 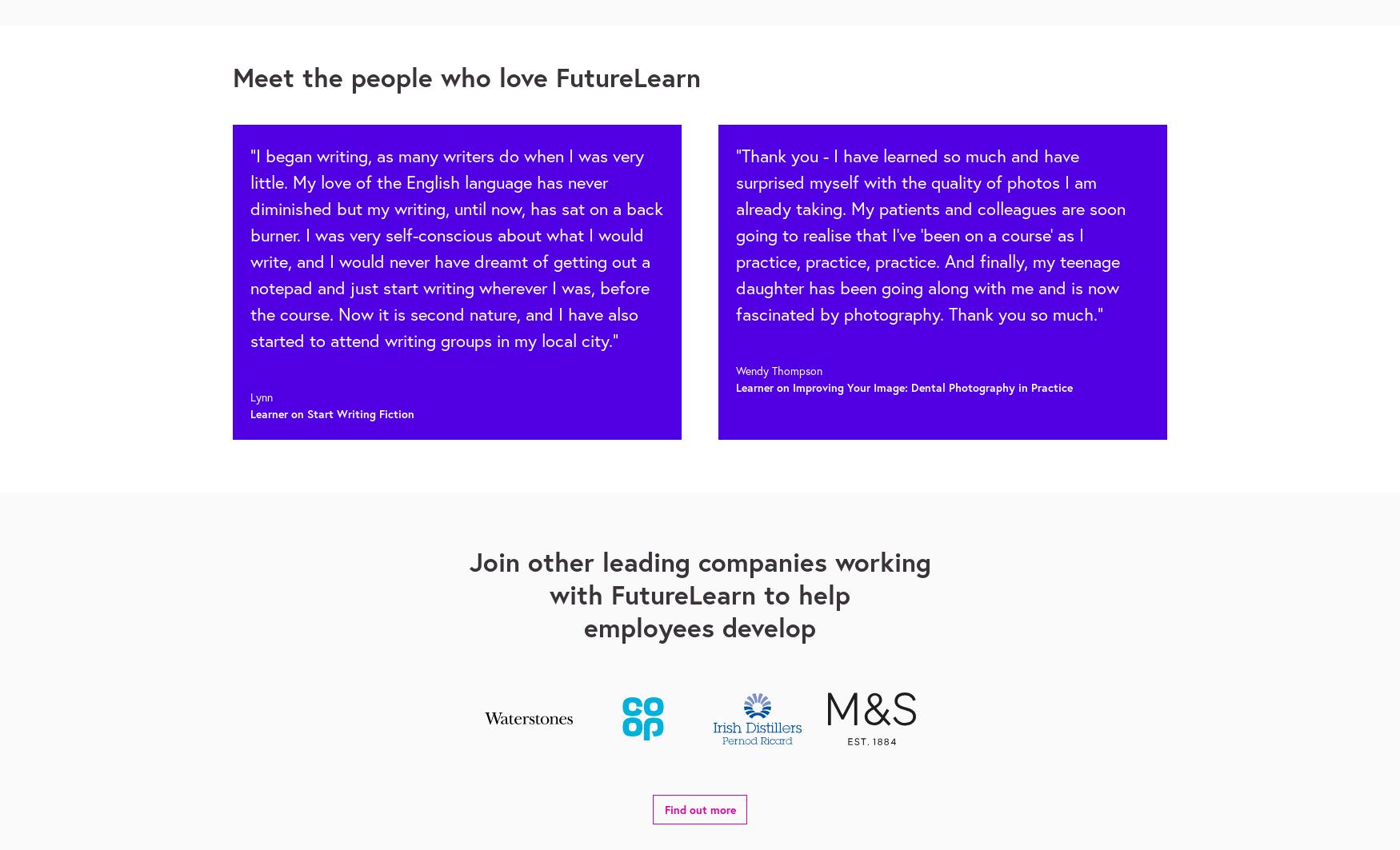 What do you see at coordinates (466, 77) in the screenshot?
I see `'Meet the people who love FutureLearn'` at bounding box center [466, 77].